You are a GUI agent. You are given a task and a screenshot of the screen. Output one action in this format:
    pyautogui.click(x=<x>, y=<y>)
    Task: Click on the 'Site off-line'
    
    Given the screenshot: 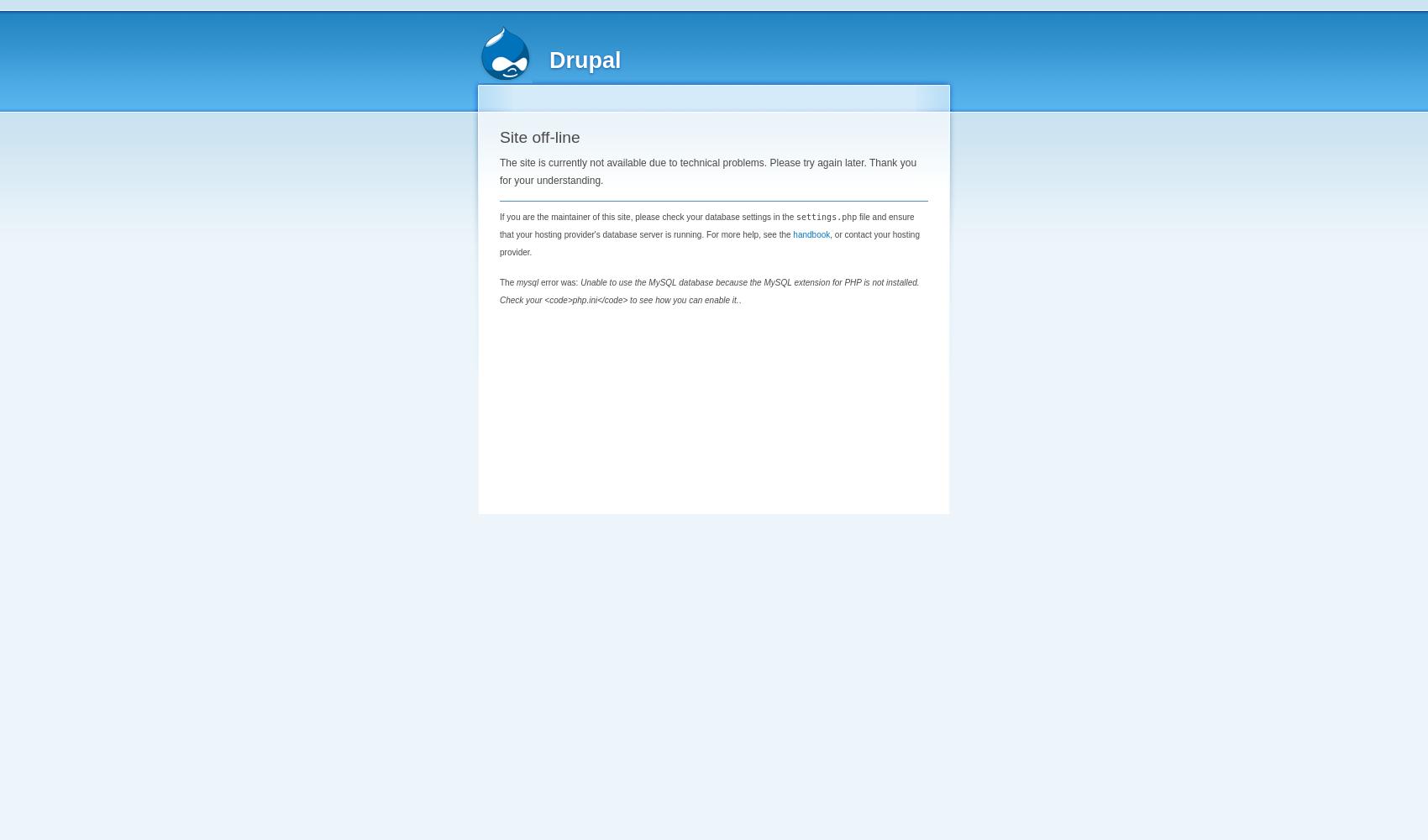 What is the action you would take?
    pyautogui.click(x=539, y=137)
    